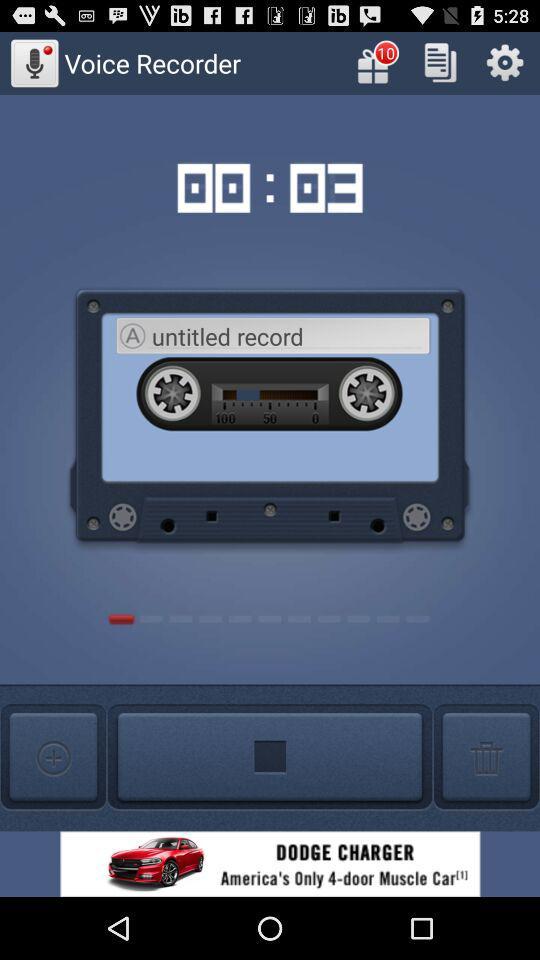 This screenshot has height=960, width=540. Describe the element at coordinates (485, 810) in the screenshot. I see `the add icon` at that location.